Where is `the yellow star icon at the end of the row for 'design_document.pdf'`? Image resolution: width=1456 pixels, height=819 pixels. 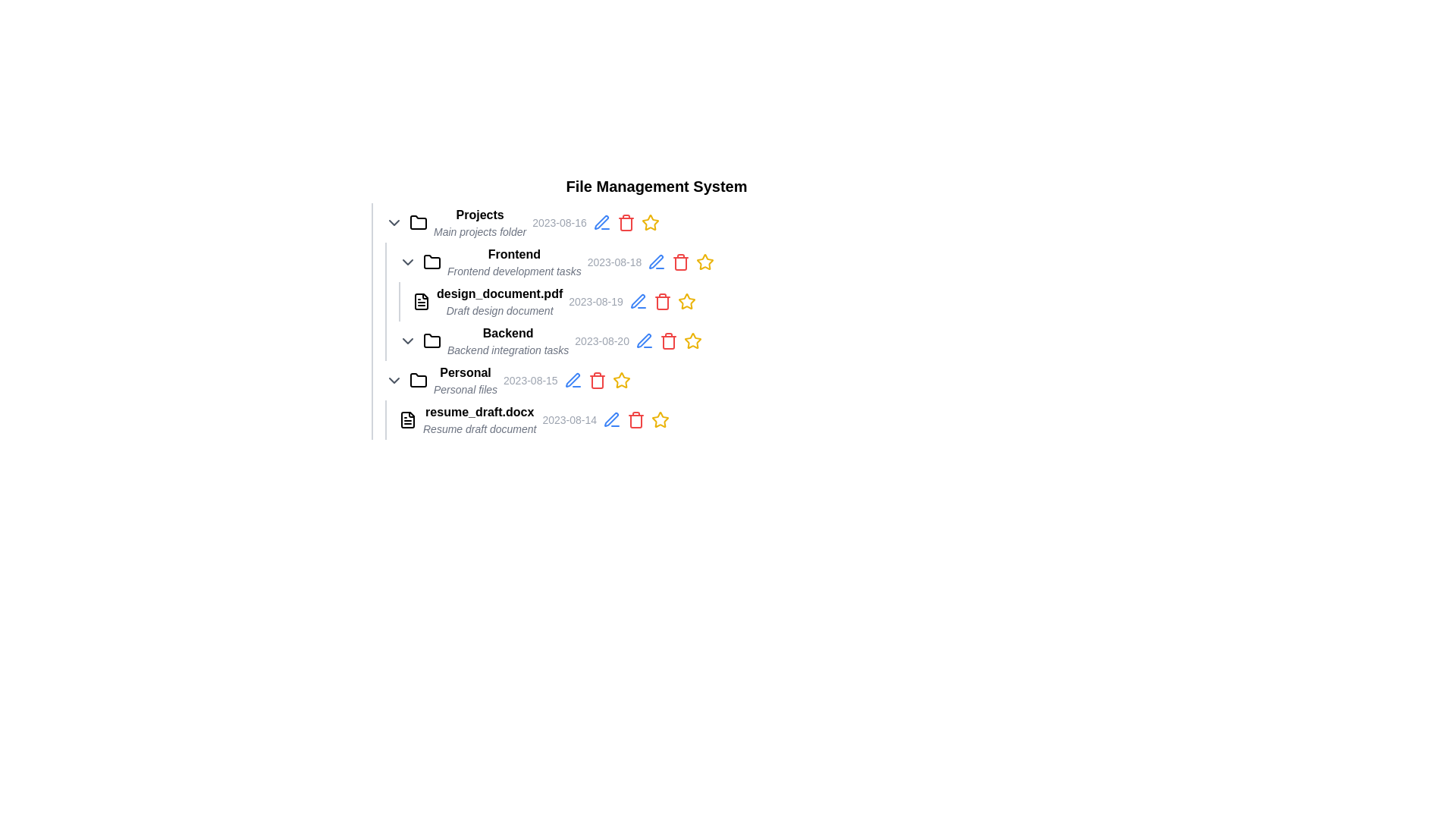
the yellow star icon at the end of the row for 'design_document.pdf' is located at coordinates (686, 301).